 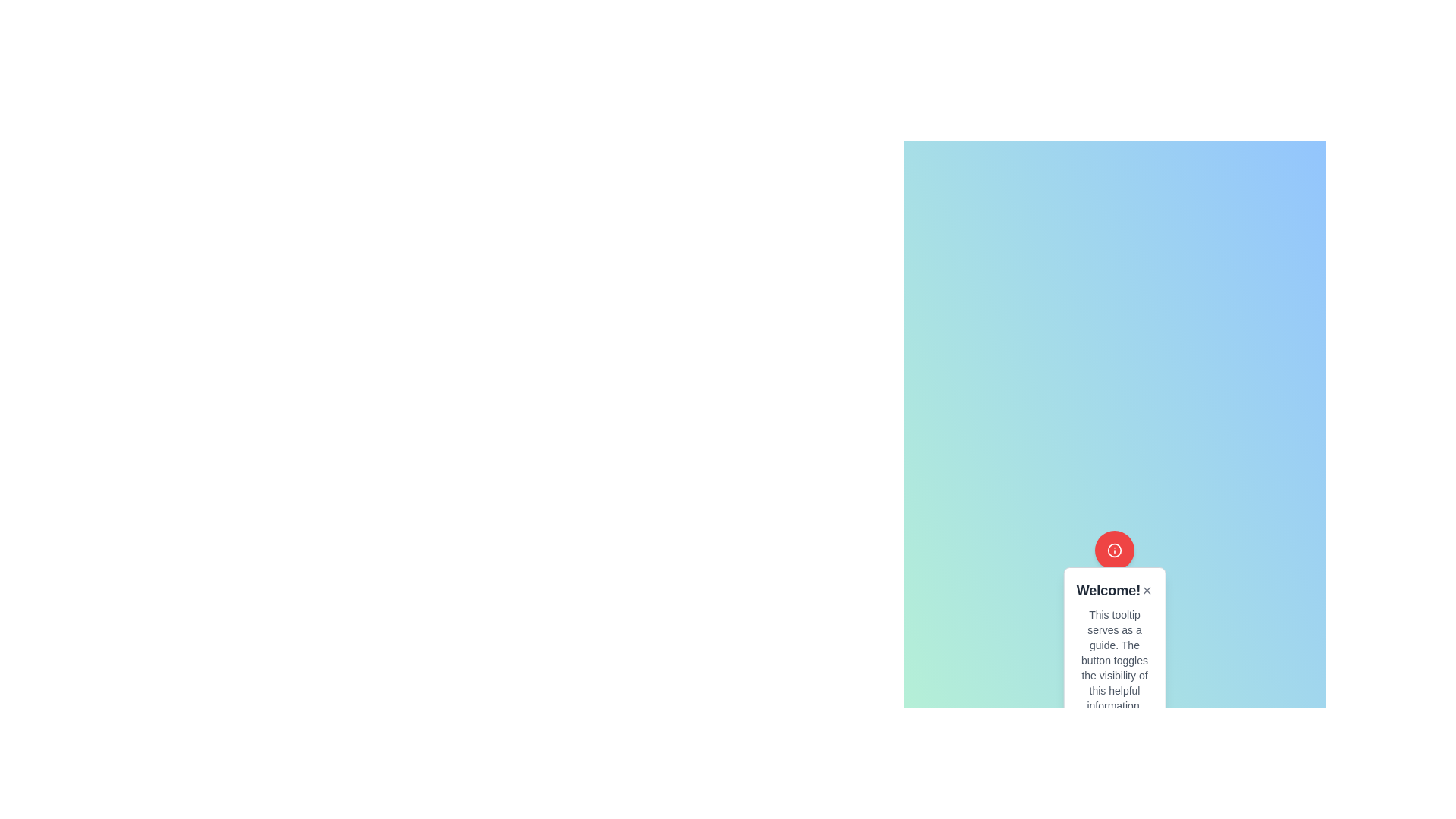 What do you see at coordinates (1109, 590) in the screenshot?
I see `the static text element displaying 'Welcome!' in a tooltip, which is styled with a bold font and dark gray color` at bounding box center [1109, 590].